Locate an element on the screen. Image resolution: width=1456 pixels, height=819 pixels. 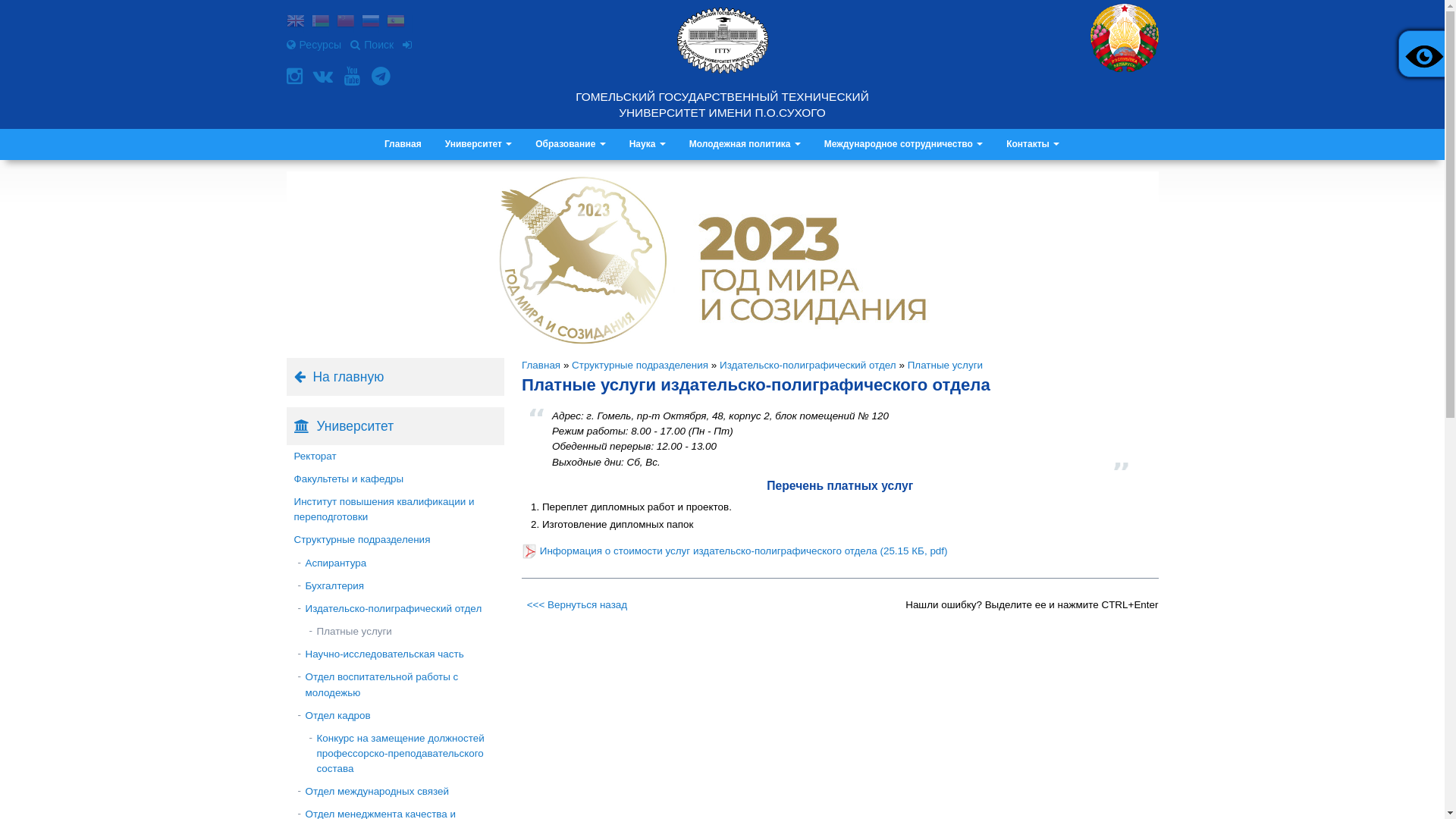
'English, static version of the site' is located at coordinates (295, 22).